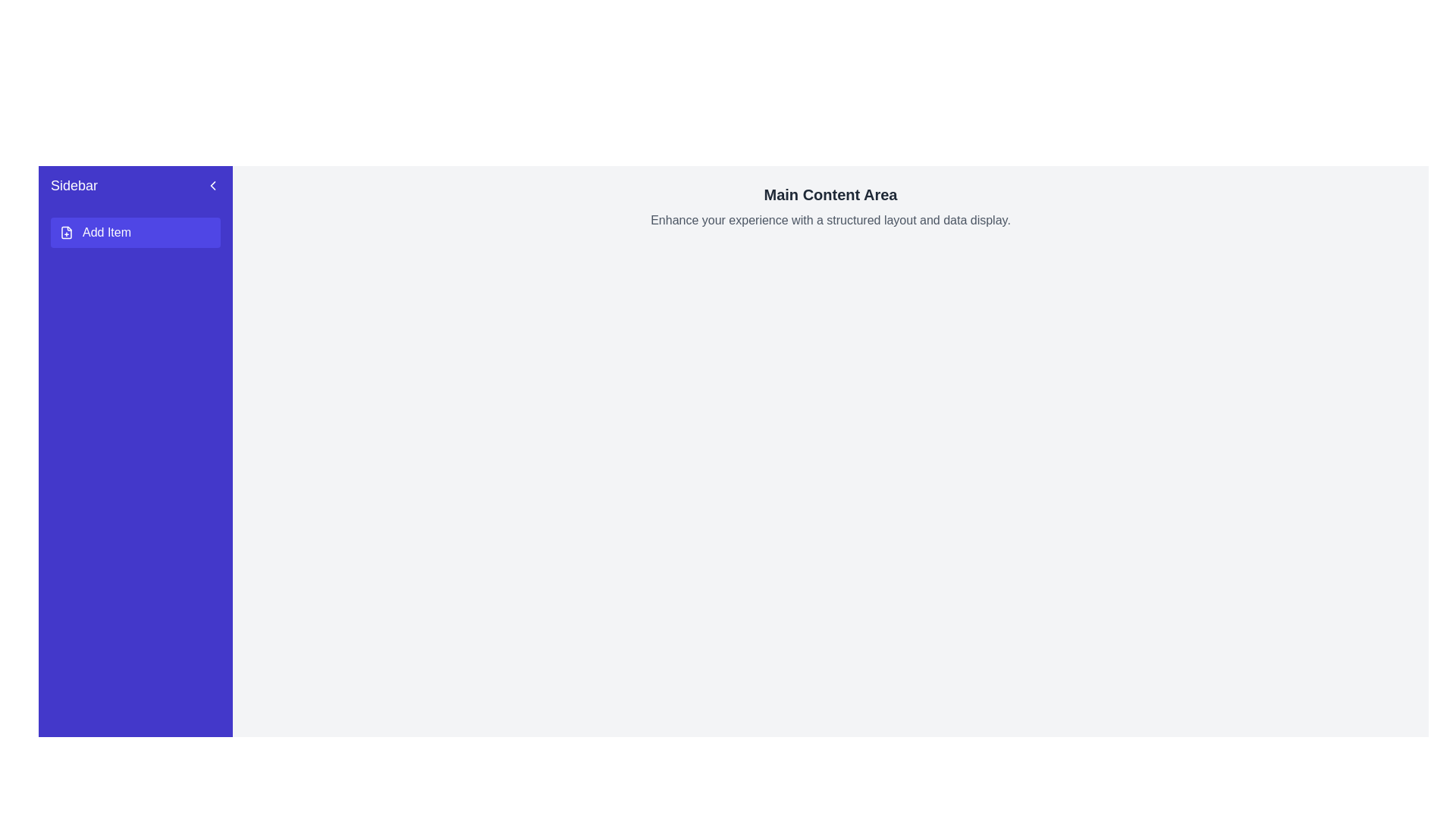 This screenshot has height=819, width=1456. Describe the element at coordinates (830, 194) in the screenshot. I see `text label displaying 'Main Content Area' that is prominently positioned in the upper middle region of the interface` at that location.